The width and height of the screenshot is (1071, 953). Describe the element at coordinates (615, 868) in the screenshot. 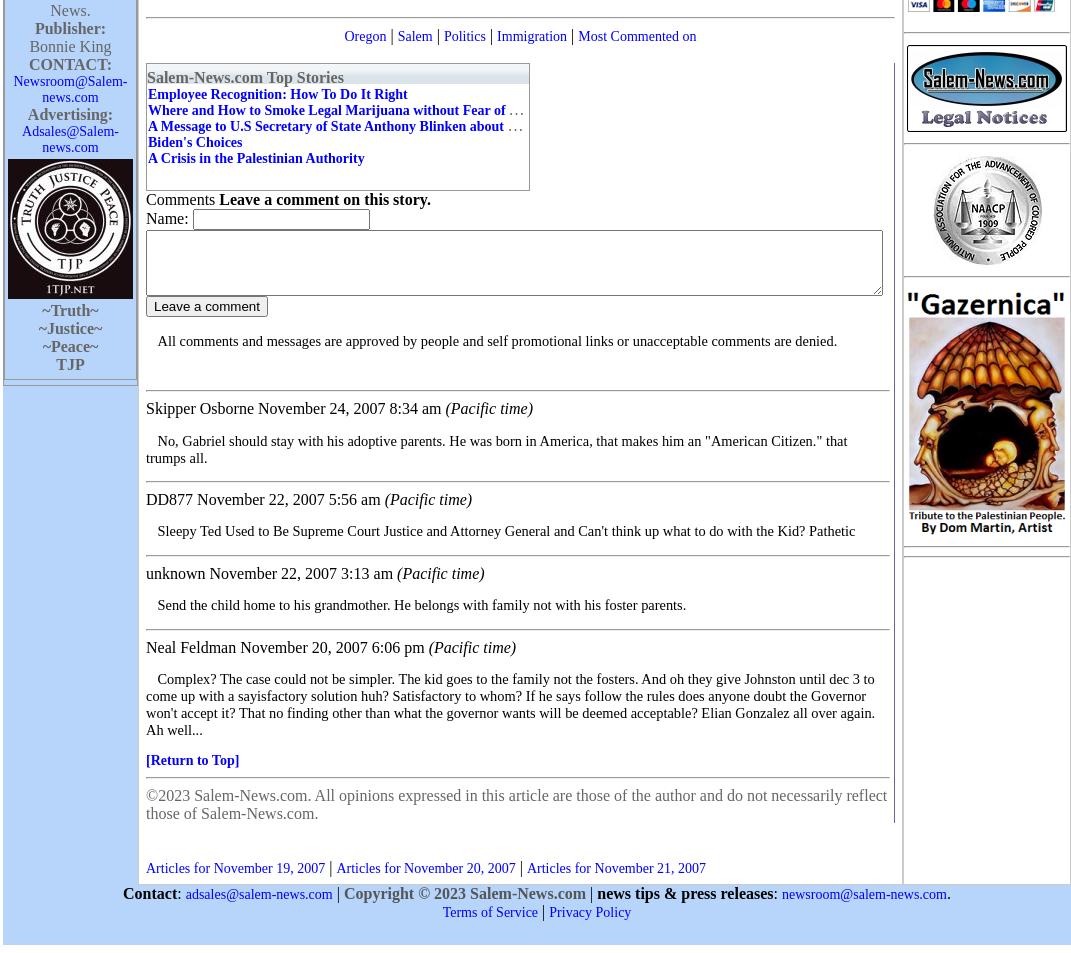

I see `'Articles for November 21, 2007'` at that location.